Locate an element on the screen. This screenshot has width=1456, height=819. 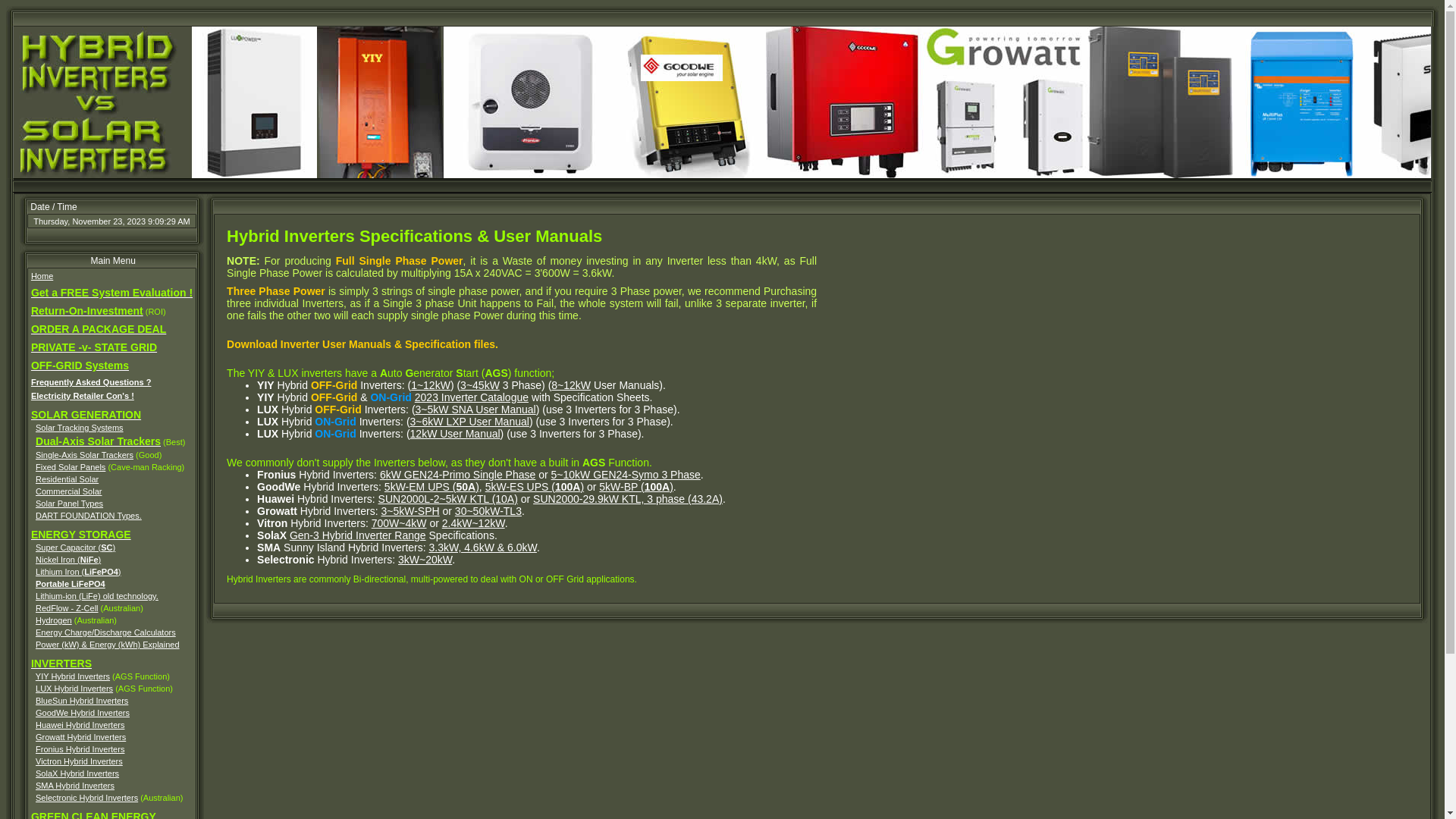
'Fixed Solar Panels' is located at coordinates (69, 466).